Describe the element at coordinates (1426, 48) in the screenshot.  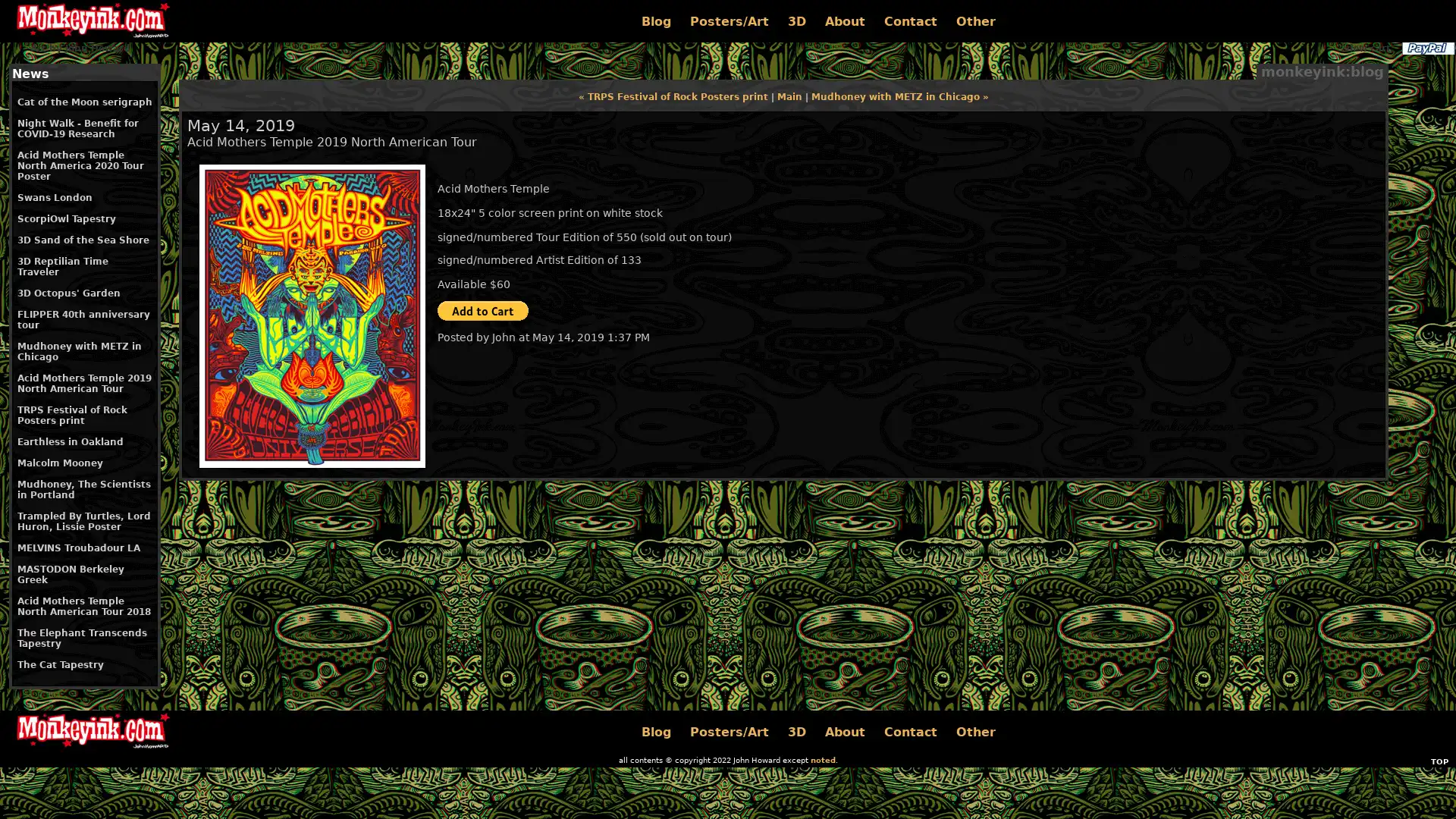
I see `PayPal` at that location.